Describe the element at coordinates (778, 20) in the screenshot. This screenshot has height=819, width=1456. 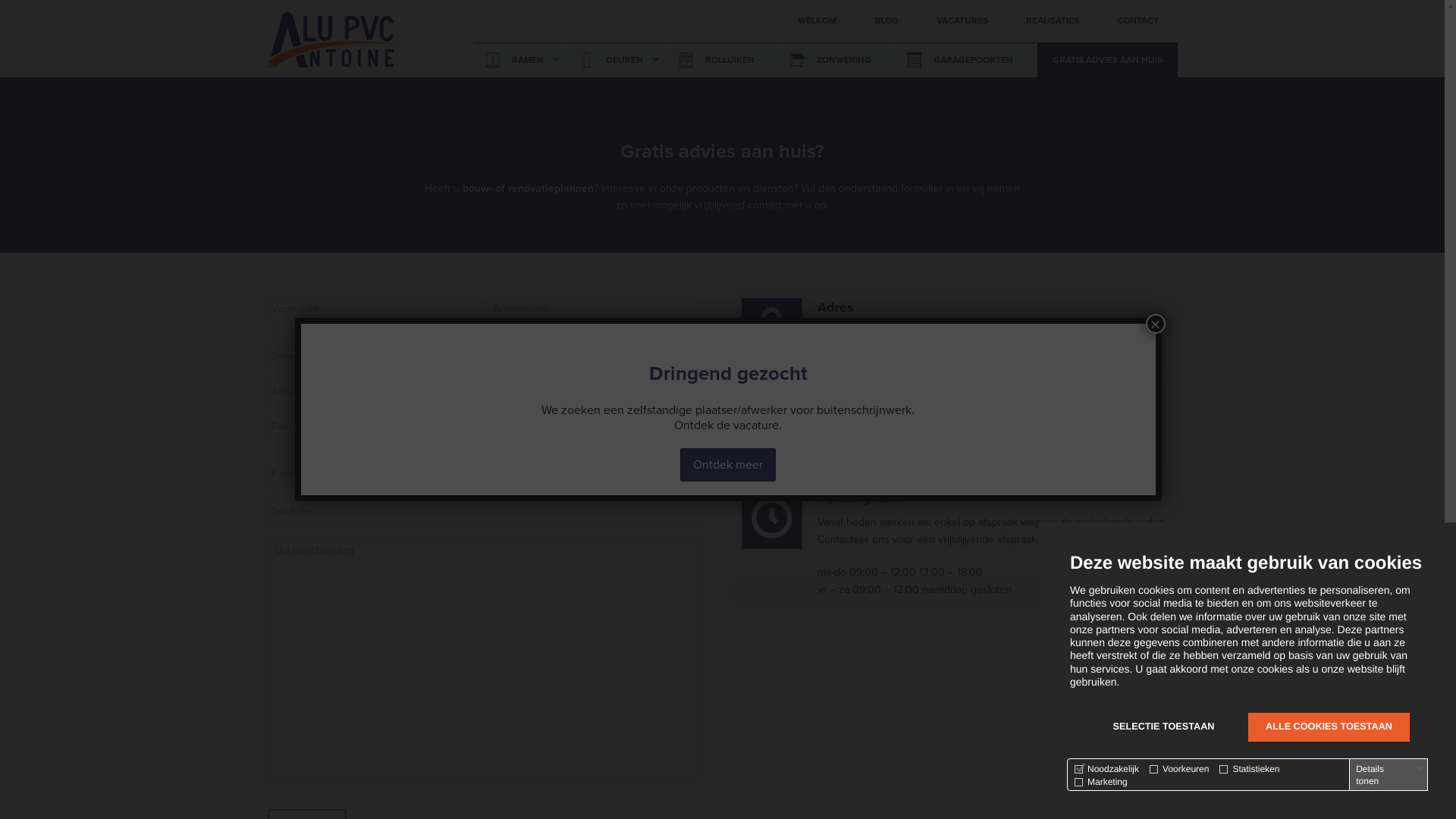
I see `'WELKOM'` at that location.